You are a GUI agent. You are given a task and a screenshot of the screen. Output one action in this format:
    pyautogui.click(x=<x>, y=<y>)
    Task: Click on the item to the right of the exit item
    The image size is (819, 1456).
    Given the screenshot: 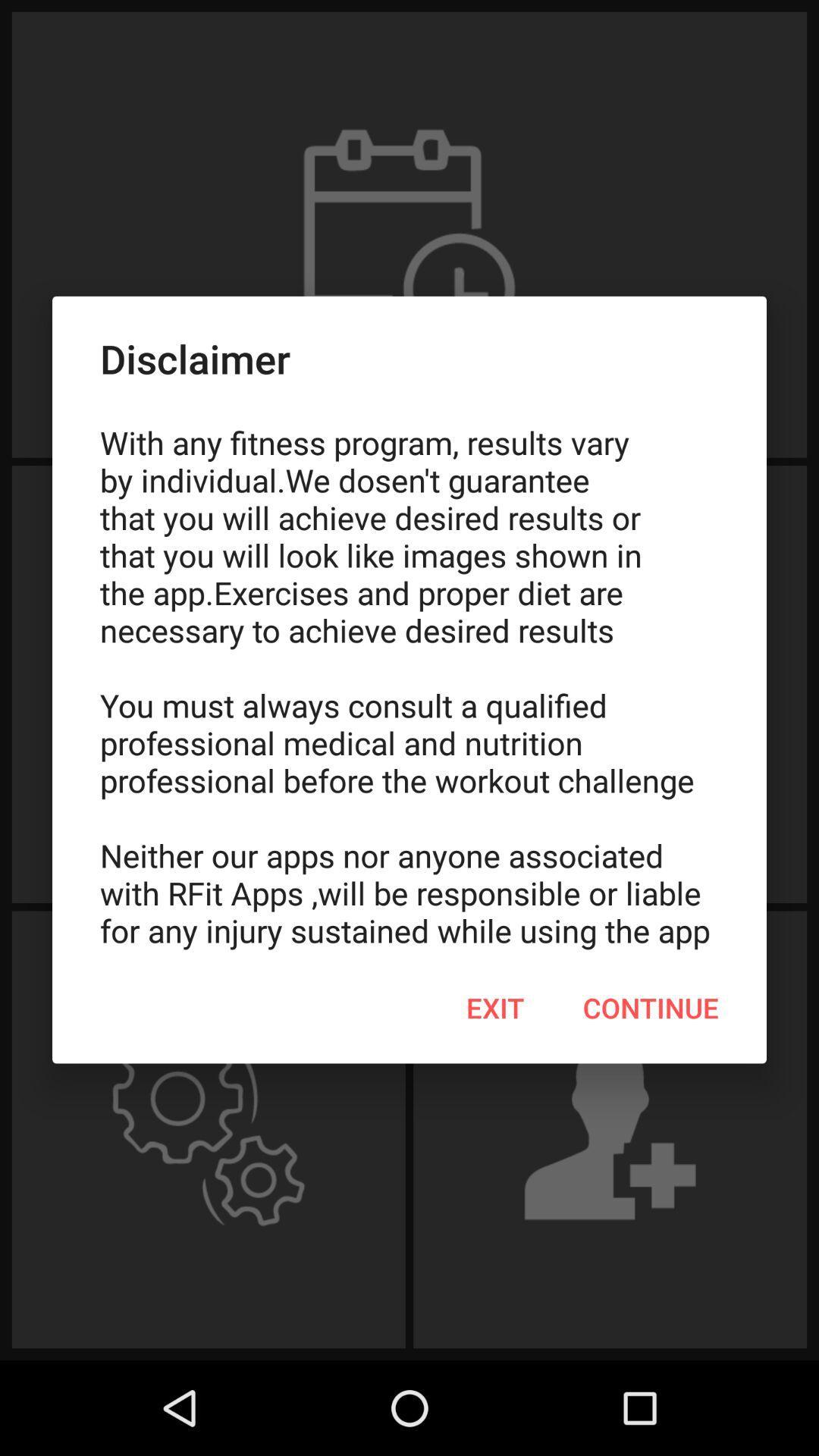 What is the action you would take?
    pyautogui.click(x=650, y=1008)
    